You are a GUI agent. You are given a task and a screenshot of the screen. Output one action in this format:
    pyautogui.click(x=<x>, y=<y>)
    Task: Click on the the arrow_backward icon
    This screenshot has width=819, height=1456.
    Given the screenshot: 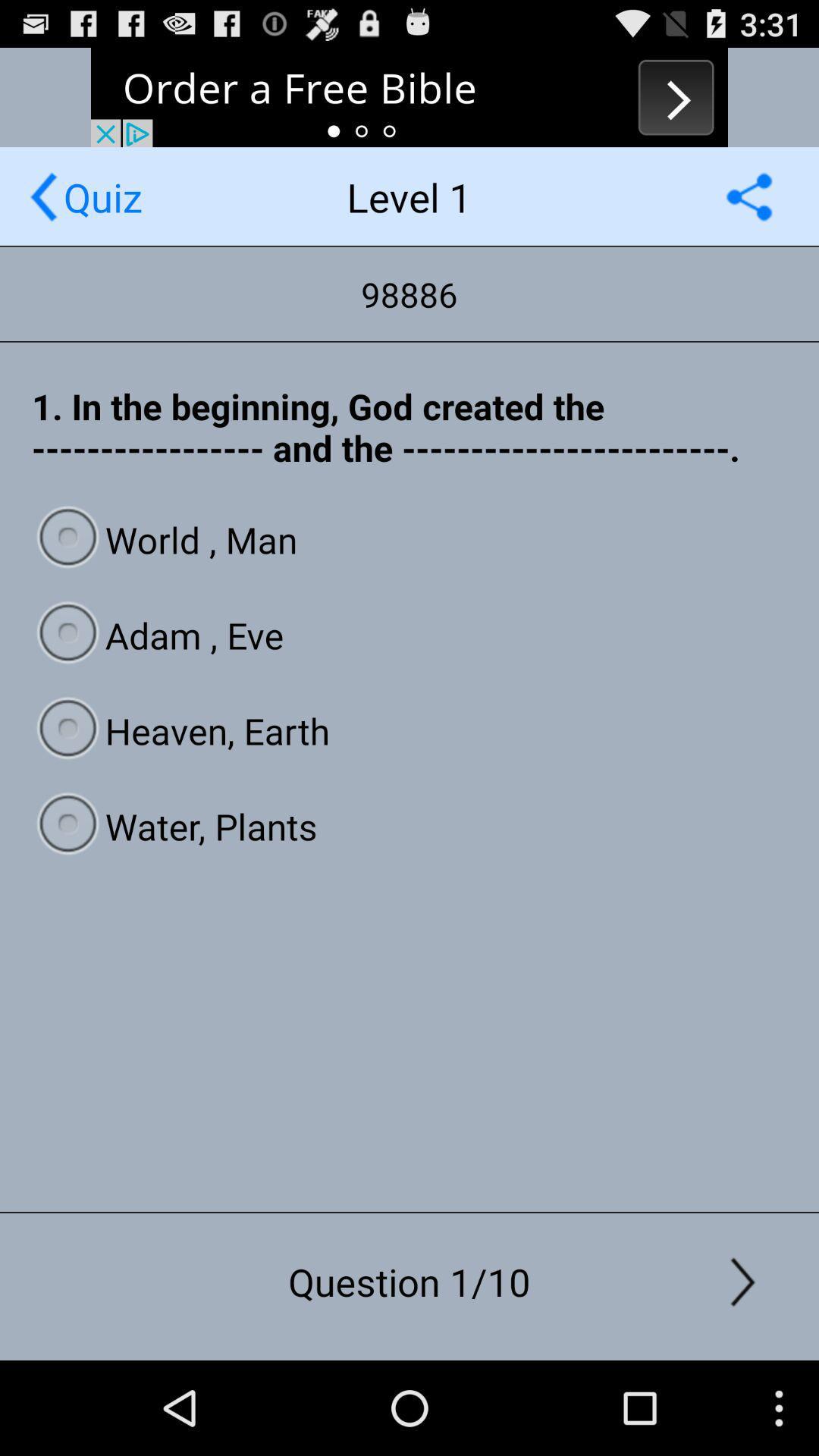 What is the action you would take?
    pyautogui.click(x=42, y=210)
    